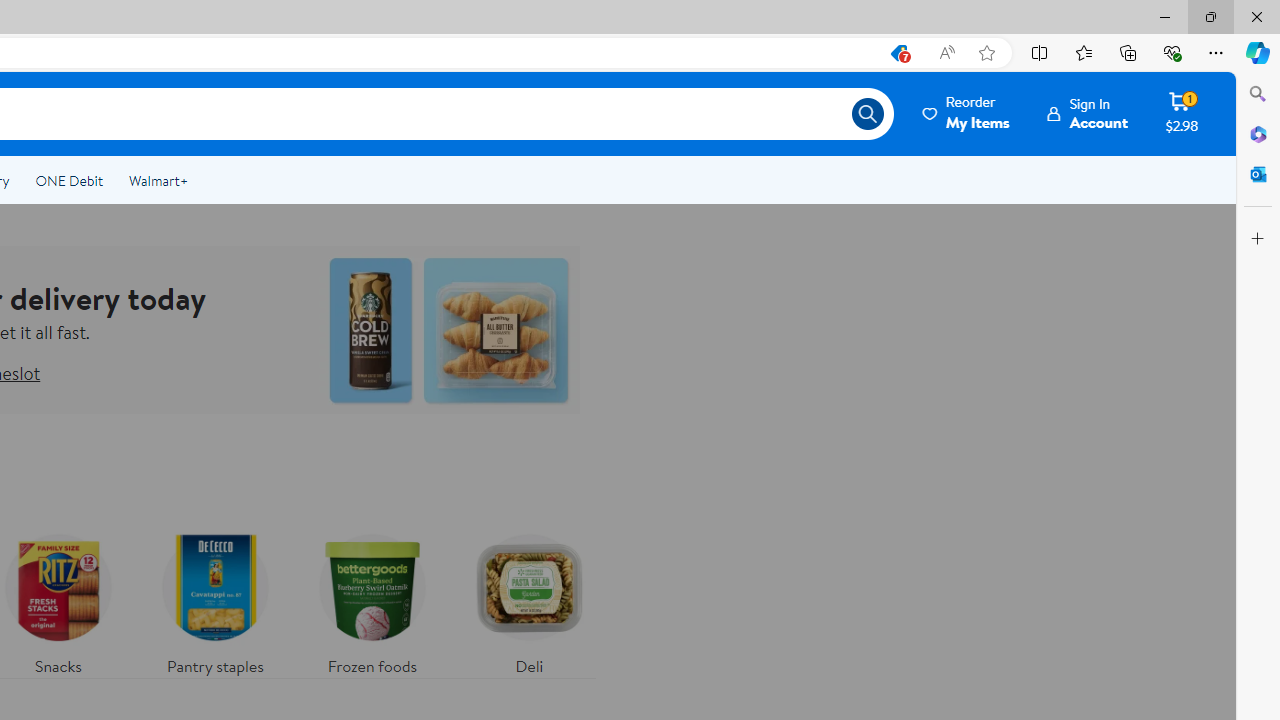  What do you see at coordinates (1182, 113) in the screenshot?
I see `'Cart contains 1 item Total Amount $2.98'` at bounding box center [1182, 113].